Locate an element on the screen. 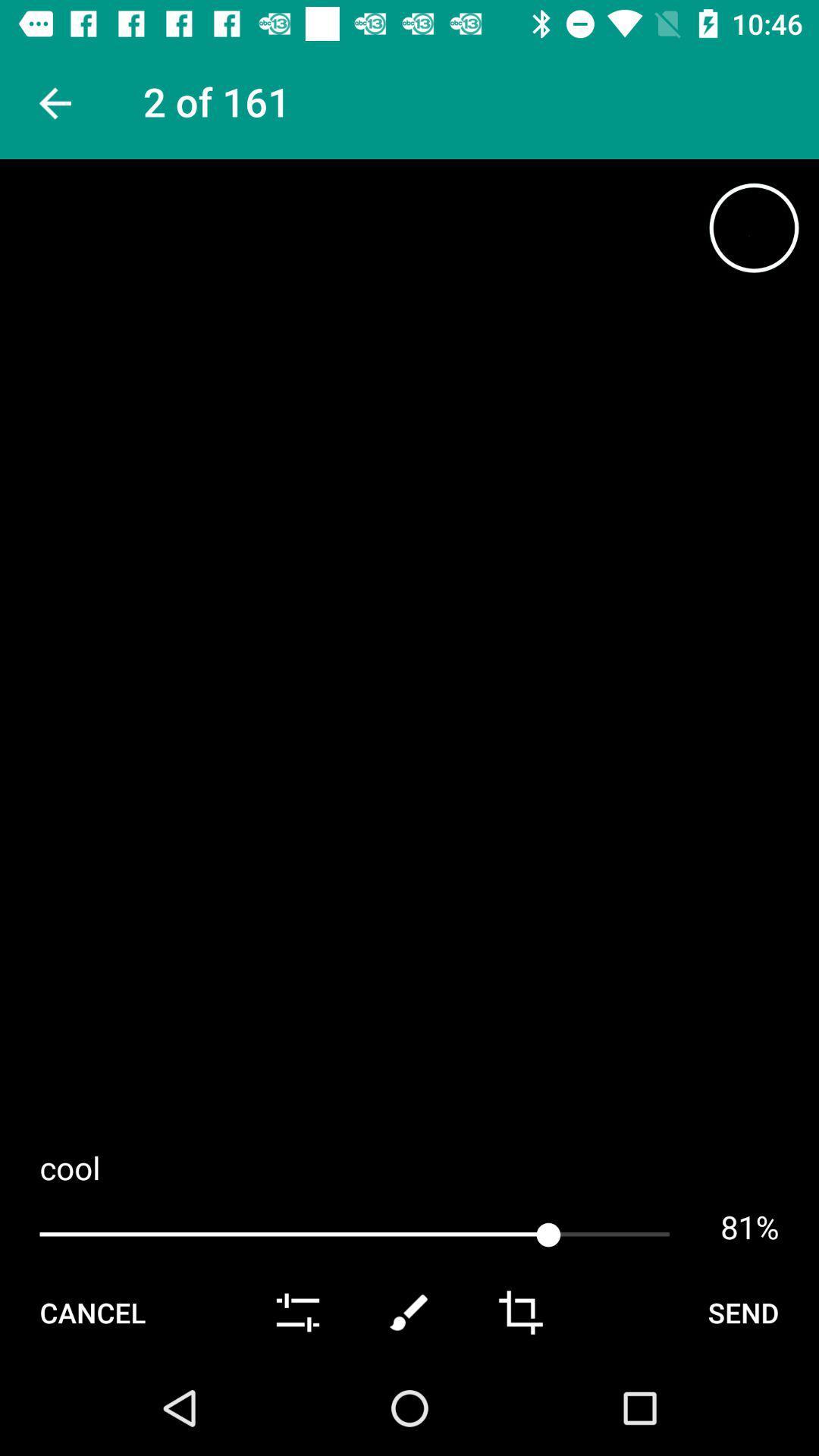 Image resolution: width=819 pixels, height=1456 pixels. draw is located at coordinates (409, 1312).